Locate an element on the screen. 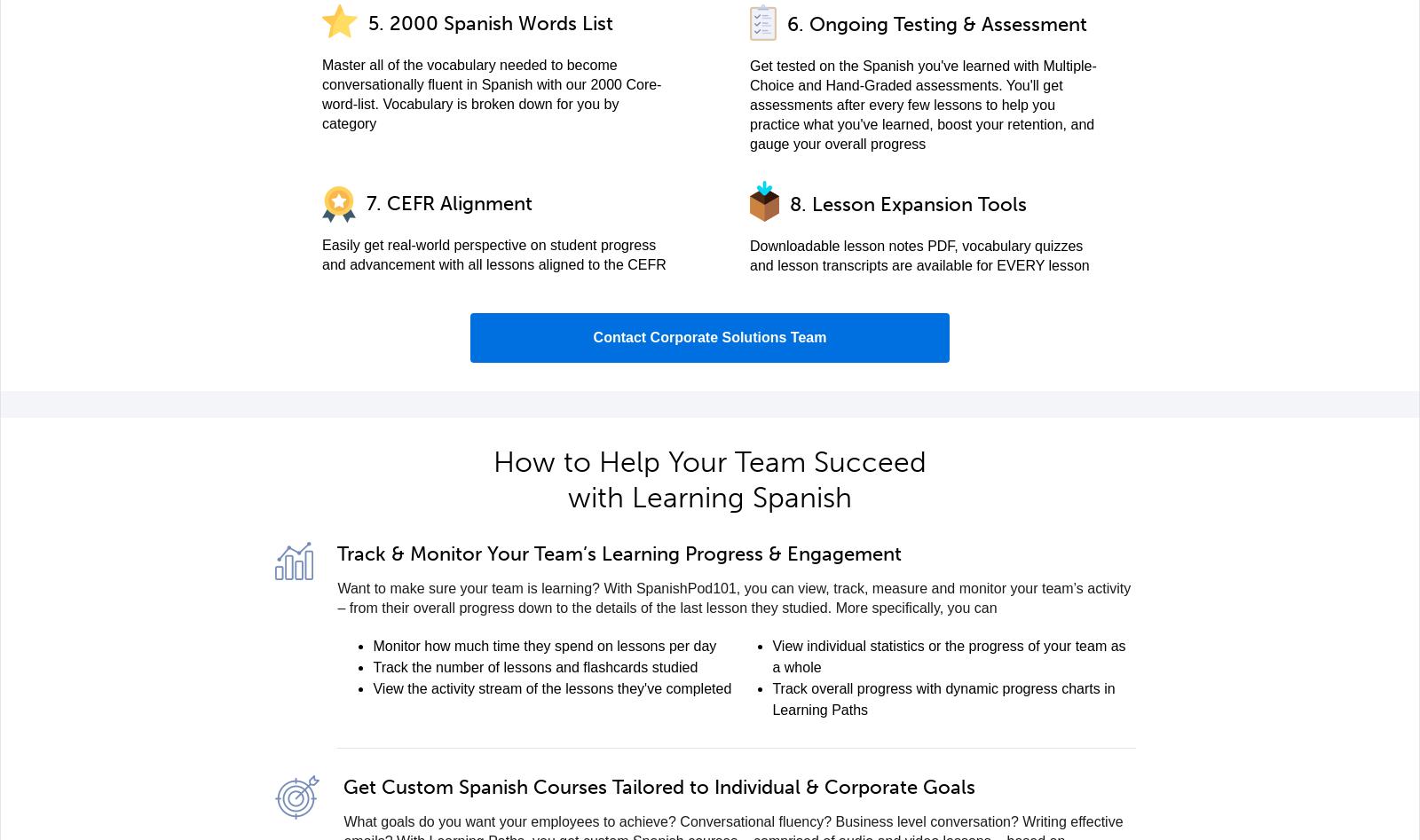 The image size is (1420, 840). 'Get tested on the Spanish you've learned with Multiple-Choice and Hand-Graded assessments. You'll get assessments after every few lessons to help you practice what you've learned, boost your retention, and gauge your overall progress' is located at coordinates (748, 104).